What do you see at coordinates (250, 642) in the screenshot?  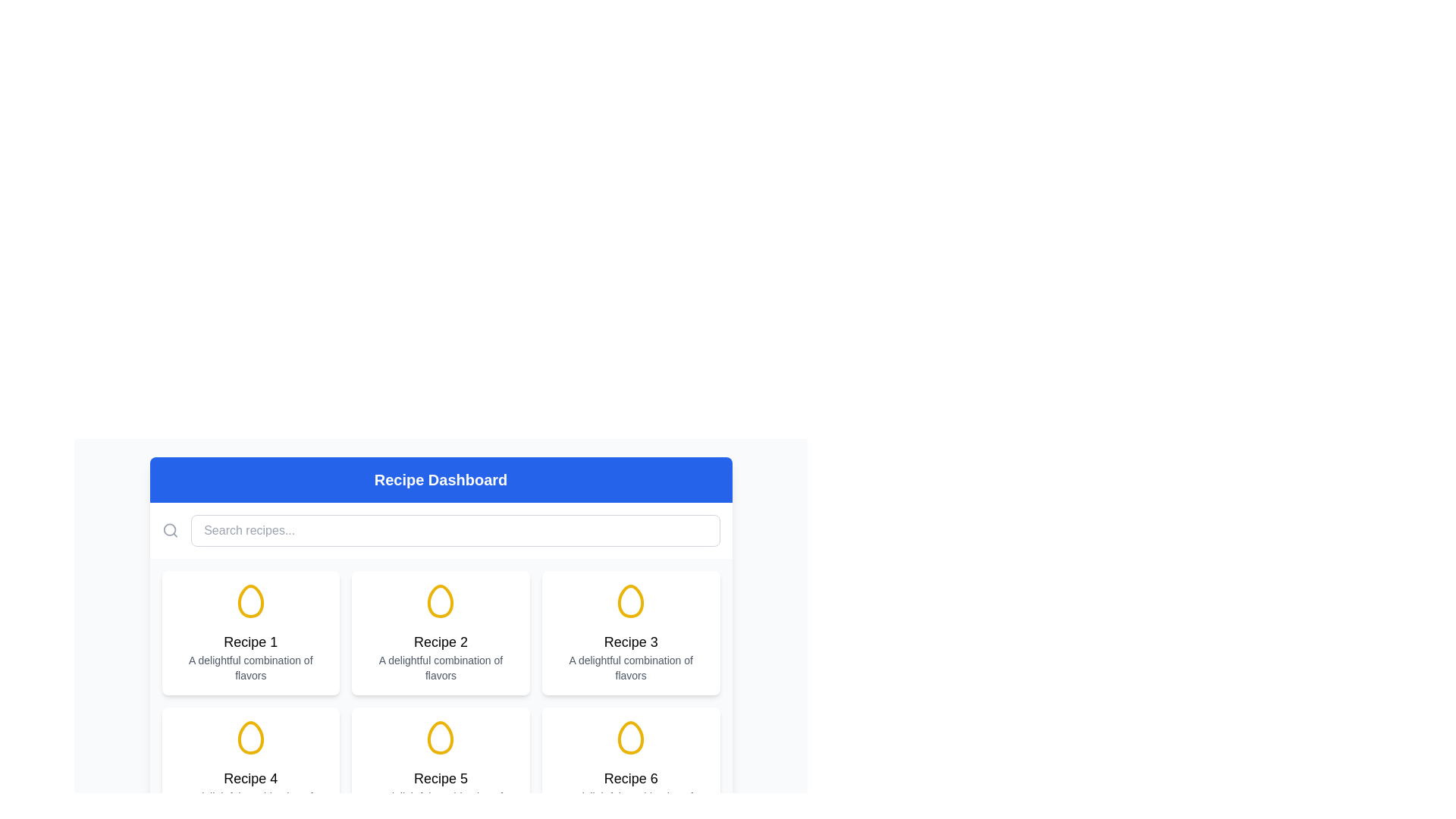 I see `the text label indicating the recipe name` at bounding box center [250, 642].